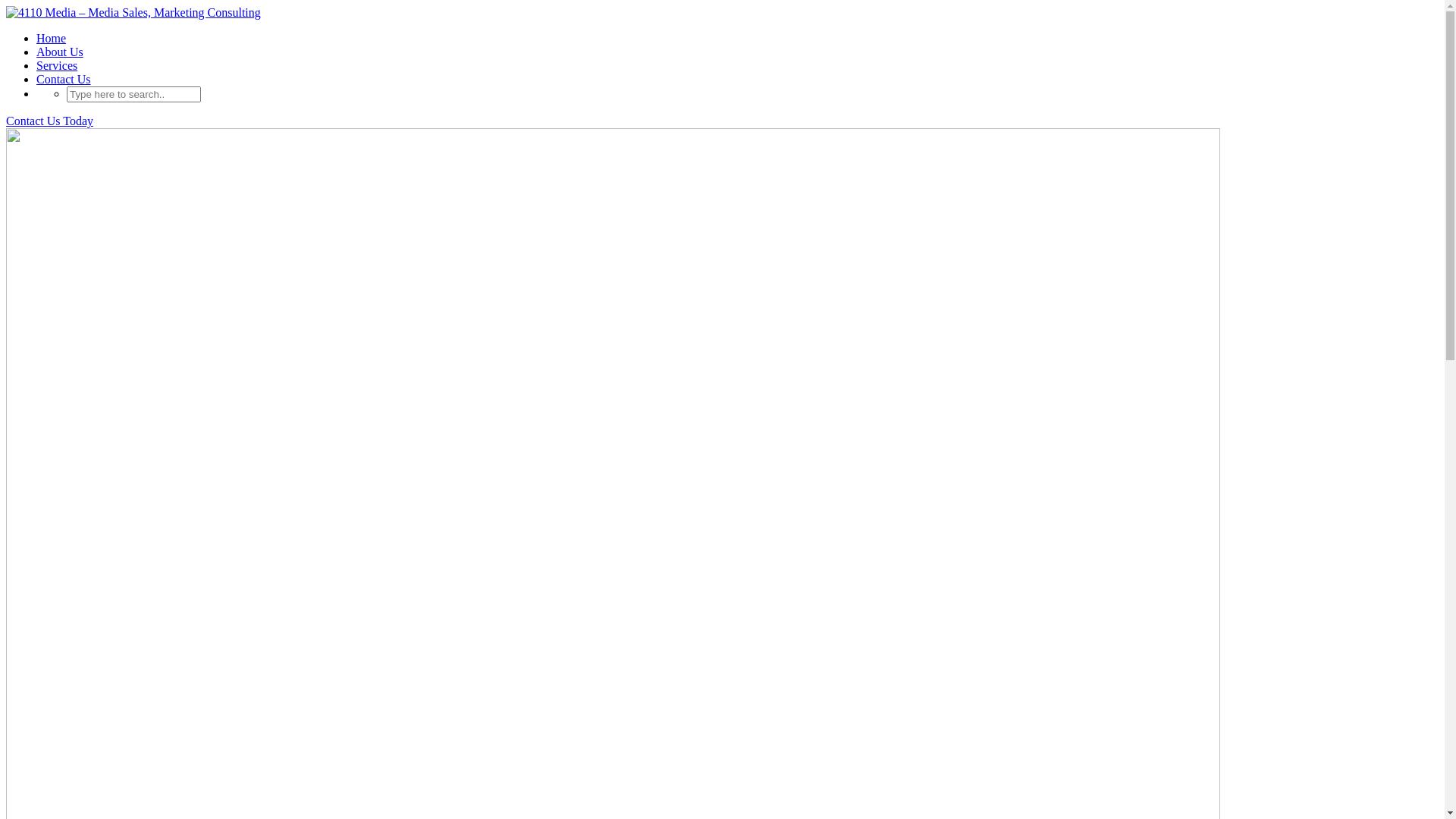 The image size is (1456, 819). What do you see at coordinates (51, 37) in the screenshot?
I see `'Home'` at bounding box center [51, 37].